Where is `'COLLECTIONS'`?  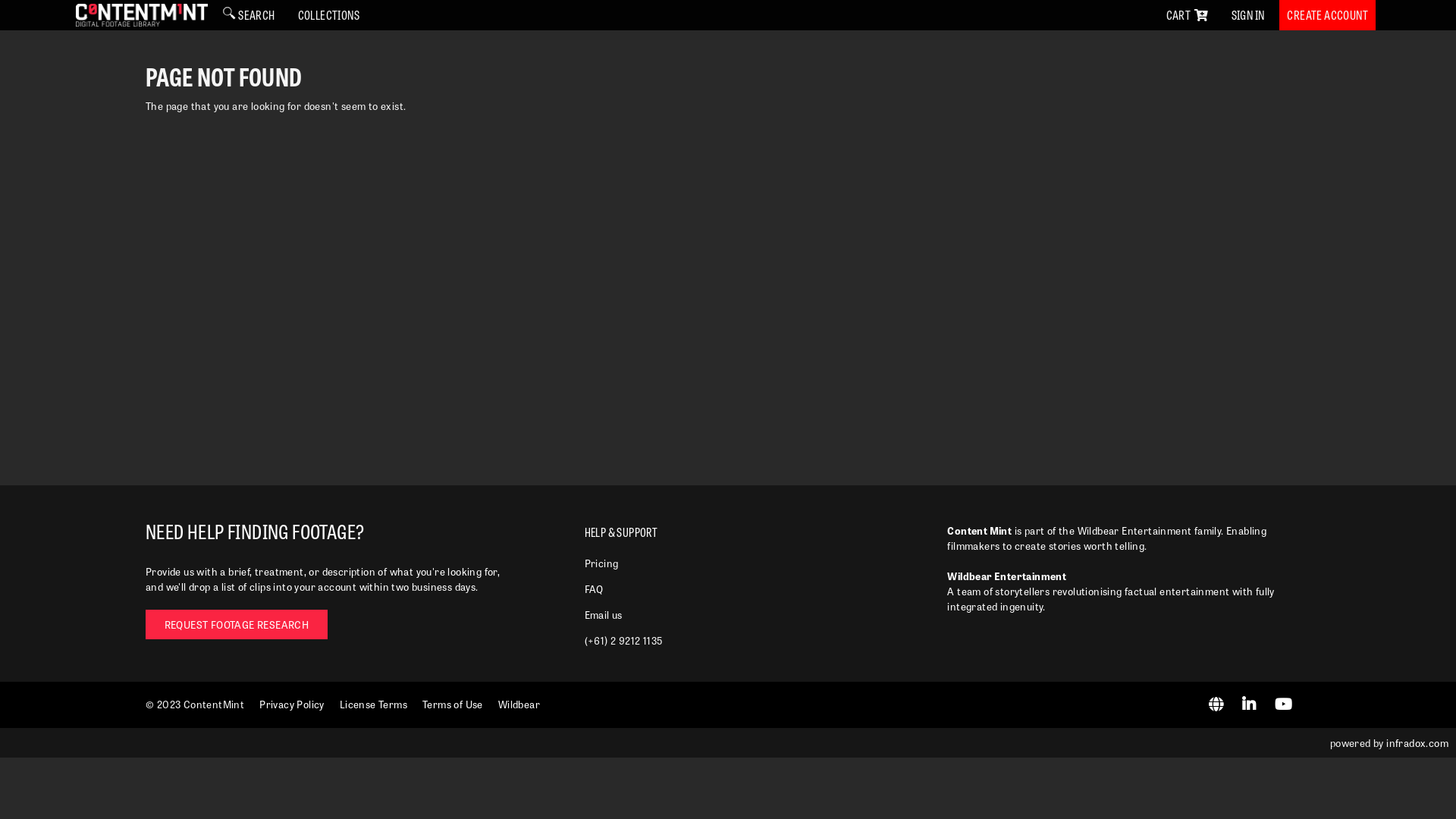
'COLLECTIONS' is located at coordinates (328, 14).